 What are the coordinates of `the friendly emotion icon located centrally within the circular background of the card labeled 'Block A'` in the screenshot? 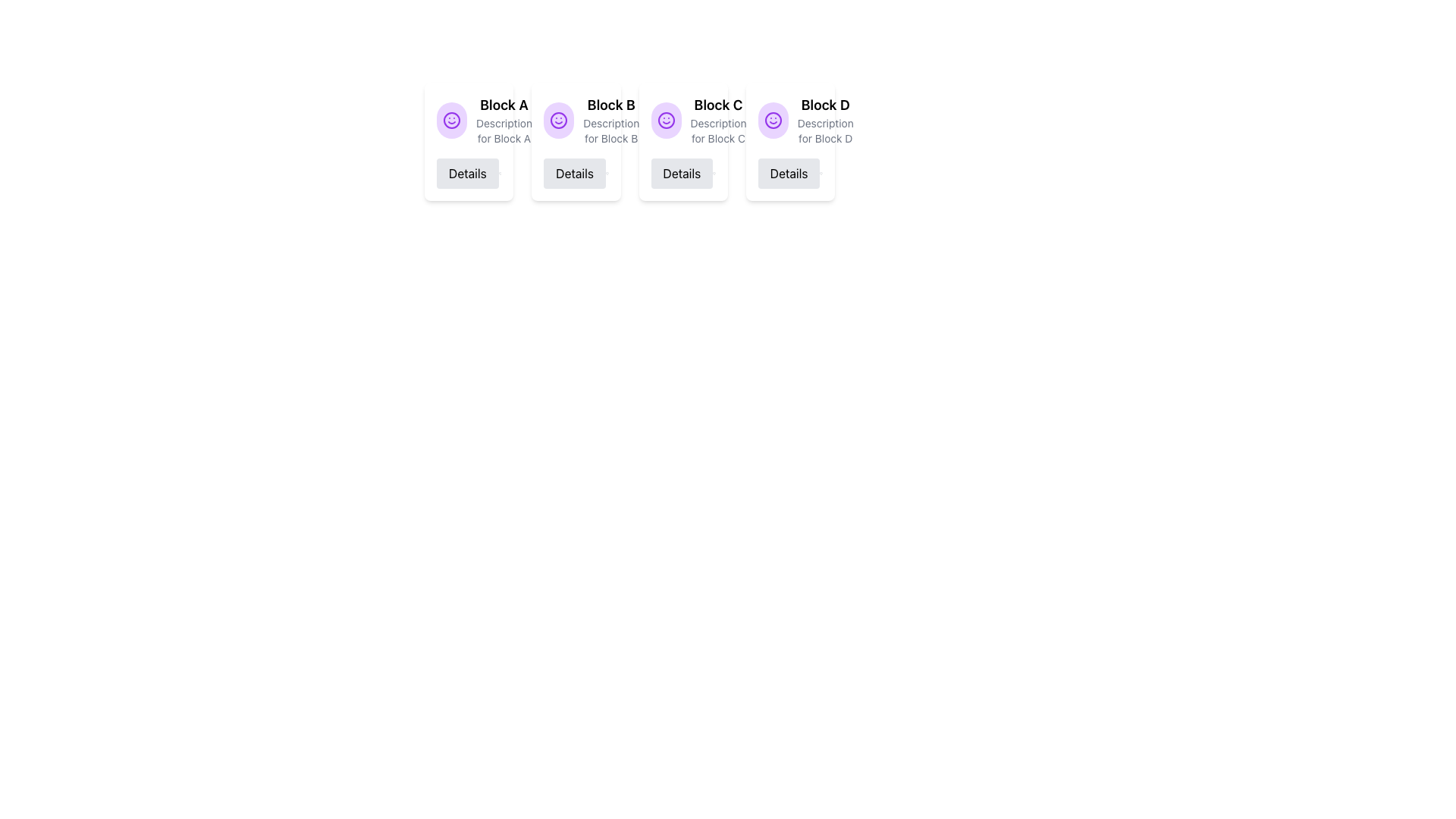 It's located at (558, 119).